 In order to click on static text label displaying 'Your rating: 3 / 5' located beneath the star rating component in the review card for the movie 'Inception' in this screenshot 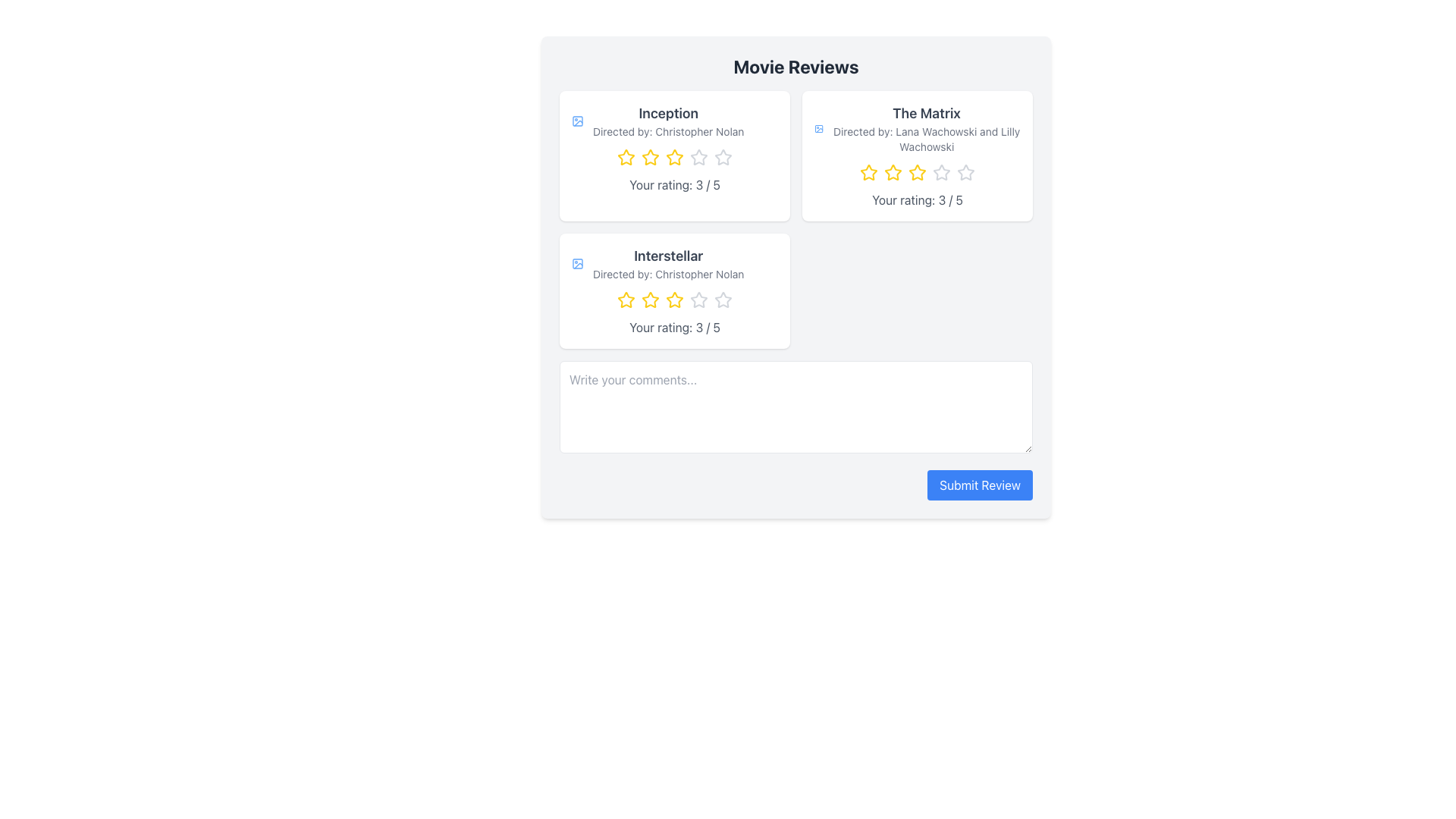, I will do `click(673, 184)`.